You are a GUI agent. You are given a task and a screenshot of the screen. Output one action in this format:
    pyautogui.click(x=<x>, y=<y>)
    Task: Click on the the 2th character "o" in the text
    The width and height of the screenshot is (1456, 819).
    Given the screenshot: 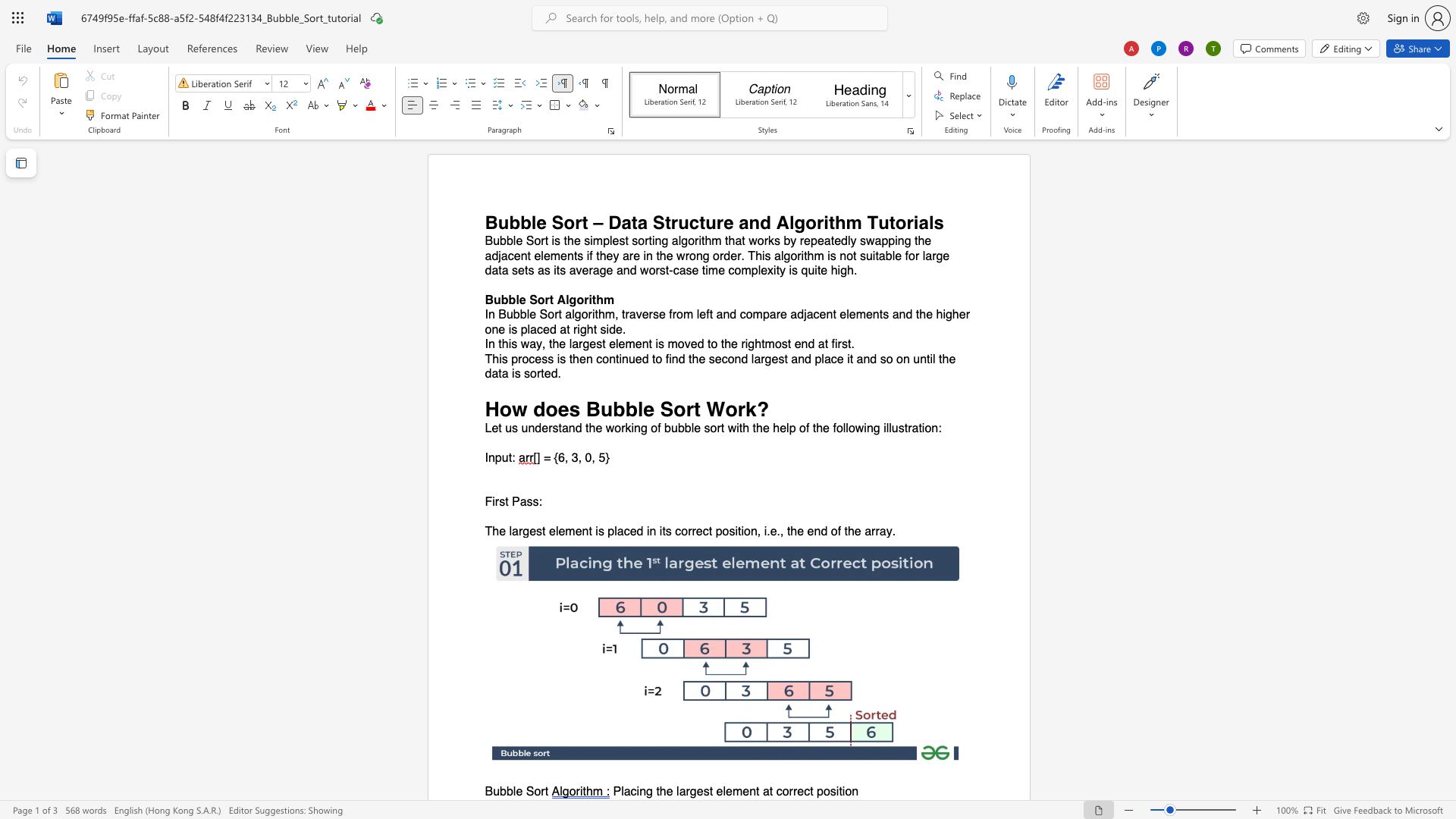 What is the action you would take?
    pyautogui.click(x=579, y=300)
    